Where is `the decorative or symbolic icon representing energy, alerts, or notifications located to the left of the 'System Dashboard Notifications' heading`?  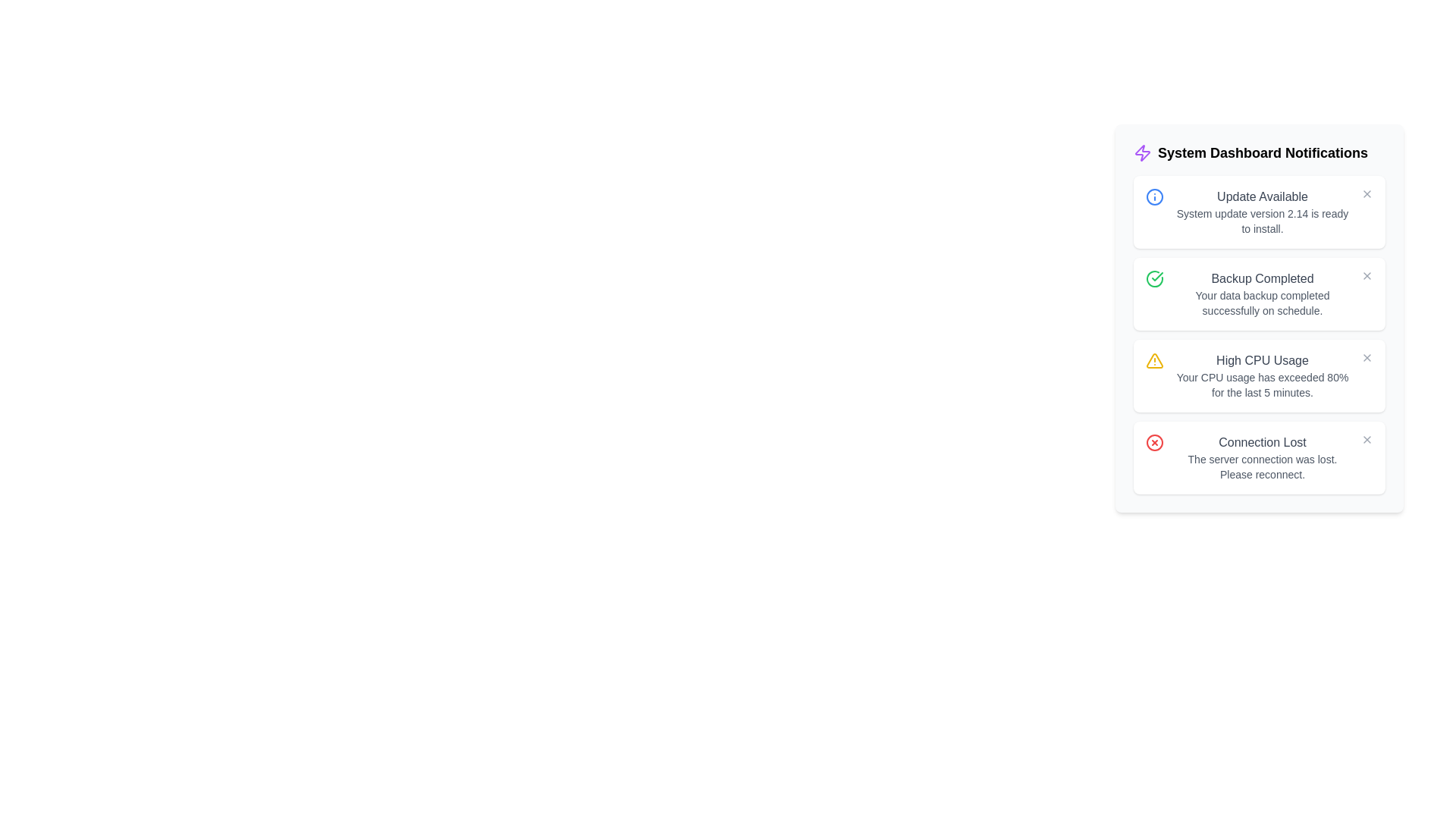
the decorative or symbolic icon representing energy, alerts, or notifications located to the left of the 'System Dashboard Notifications' heading is located at coordinates (1143, 152).